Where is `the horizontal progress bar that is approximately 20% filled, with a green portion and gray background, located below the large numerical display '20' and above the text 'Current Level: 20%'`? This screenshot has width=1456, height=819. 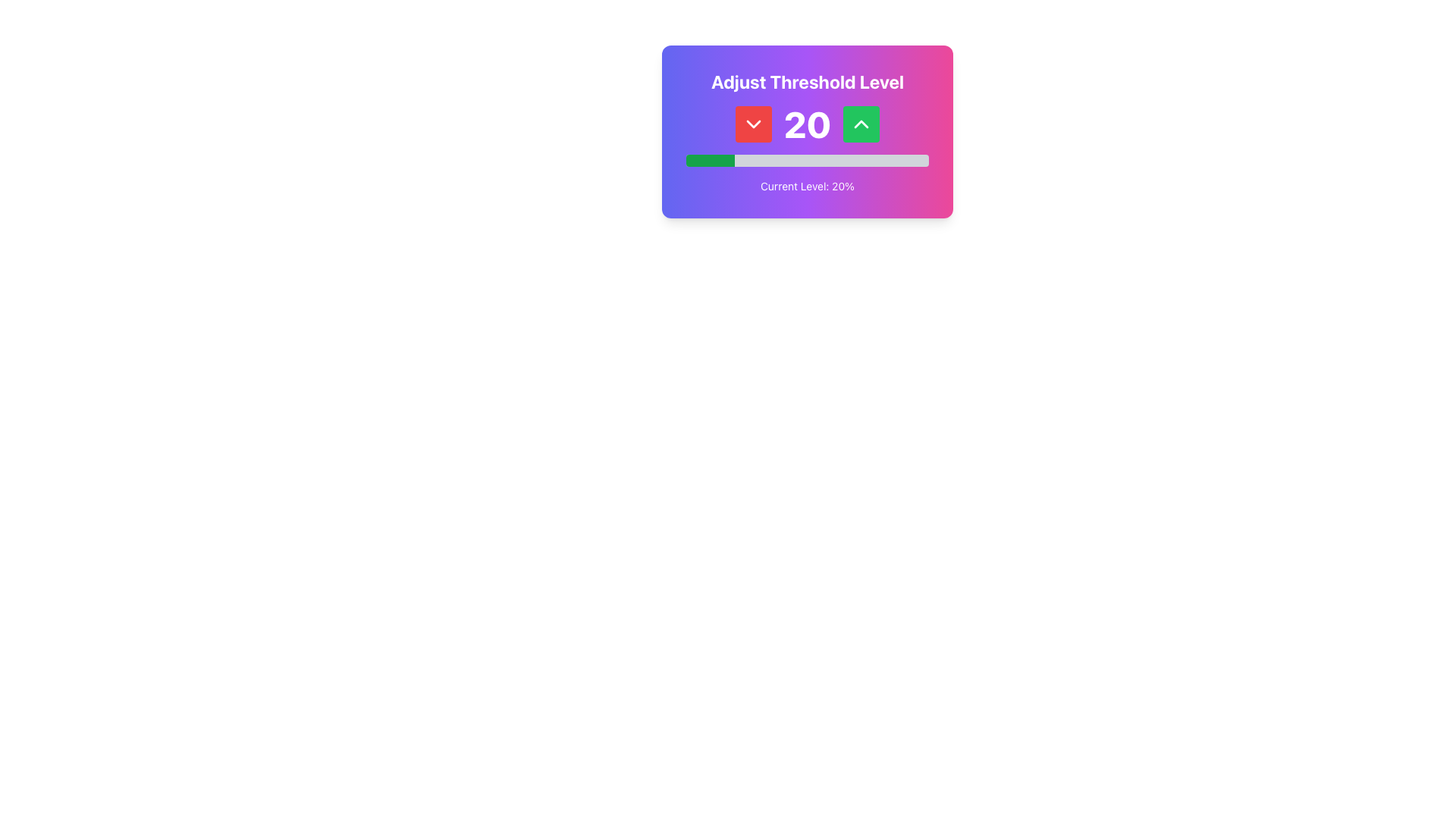 the horizontal progress bar that is approximately 20% filled, with a green portion and gray background, located below the large numerical display '20' and above the text 'Current Level: 20%' is located at coordinates (807, 161).